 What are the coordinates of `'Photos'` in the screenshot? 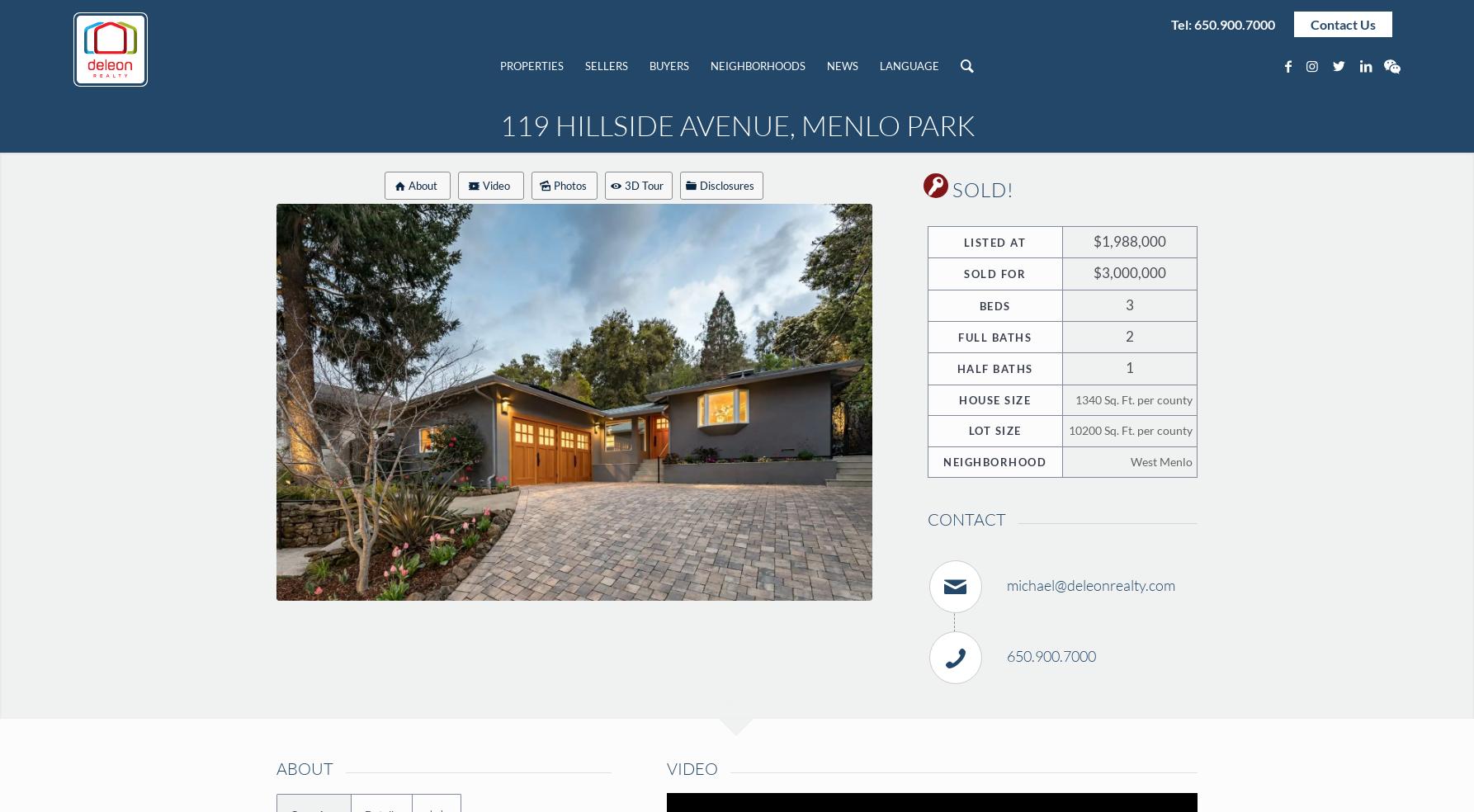 It's located at (569, 186).